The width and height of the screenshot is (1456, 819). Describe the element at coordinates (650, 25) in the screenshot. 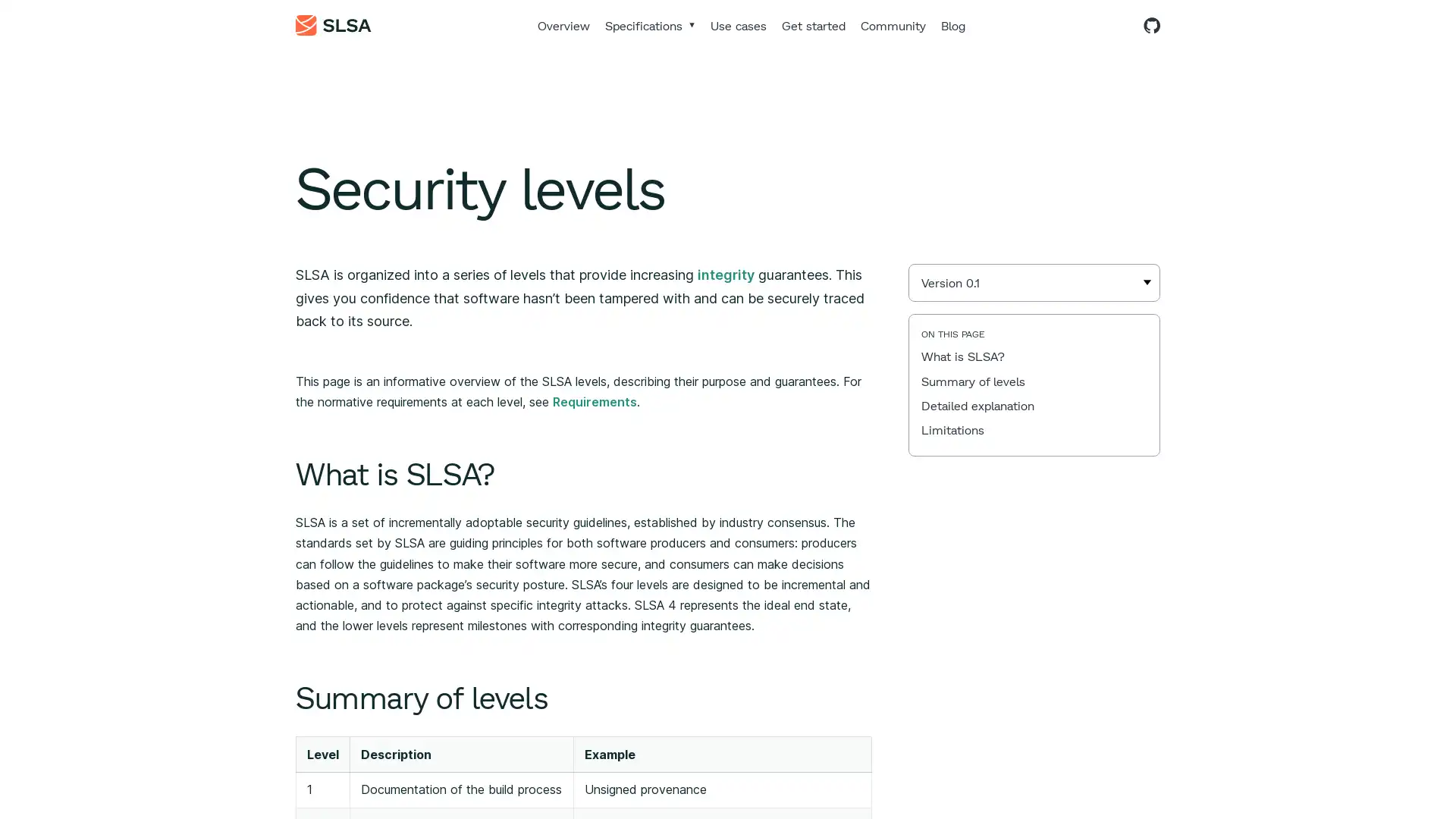

I see `Specifications` at that location.